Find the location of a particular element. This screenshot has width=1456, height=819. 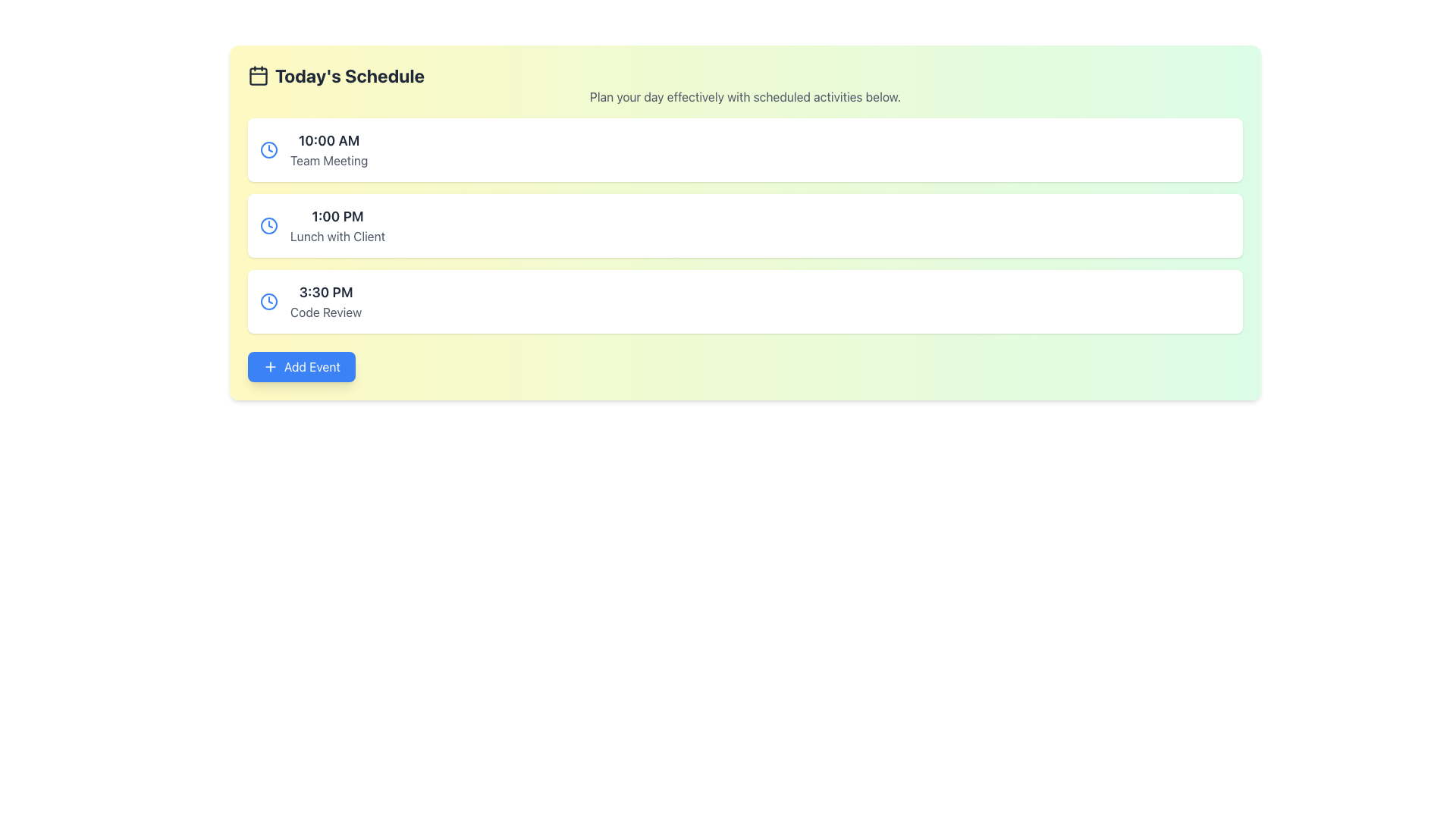

the time label displaying '3:30 PM' located at the top left of the third event card, above 'Code Review' is located at coordinates (325, 292).